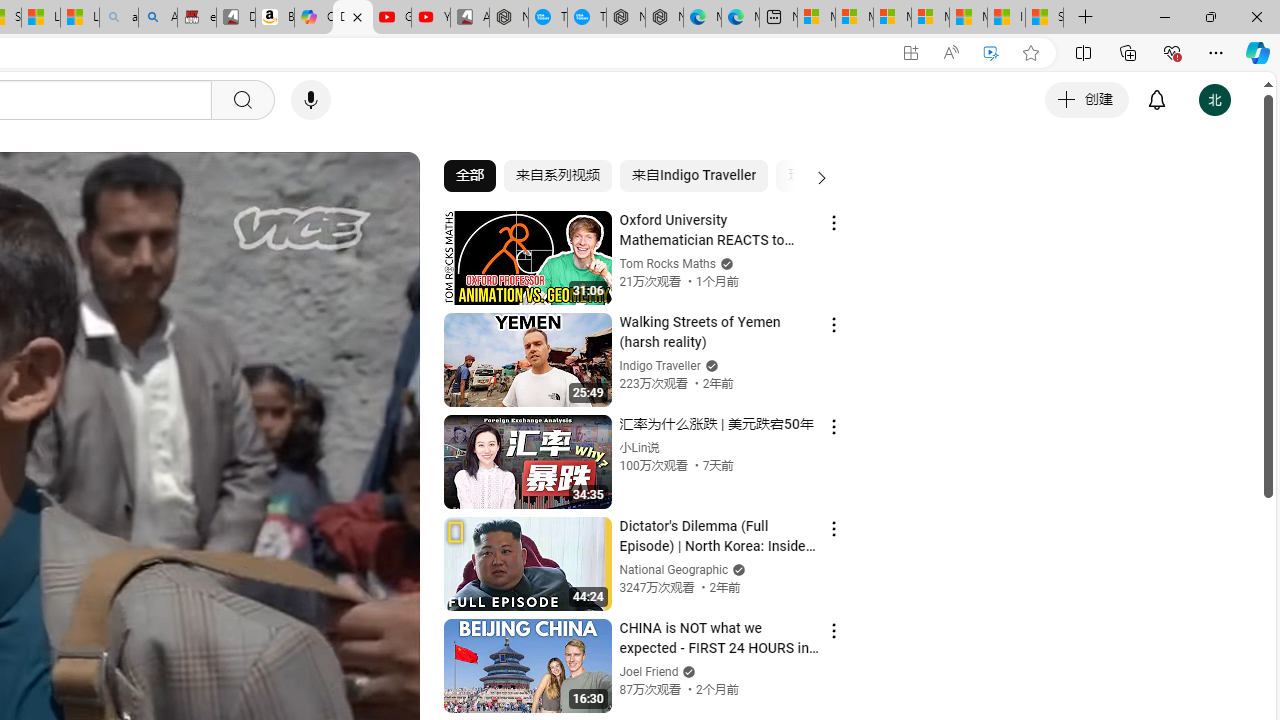 The width and height of the screenshot is (1280, 720). What do you see at coordinates (353, 17) in the screenshot?
I see `'Day 1: Arriving in Yemen (surreal to be here) - YouTube'` at bounding box center [353, 17].